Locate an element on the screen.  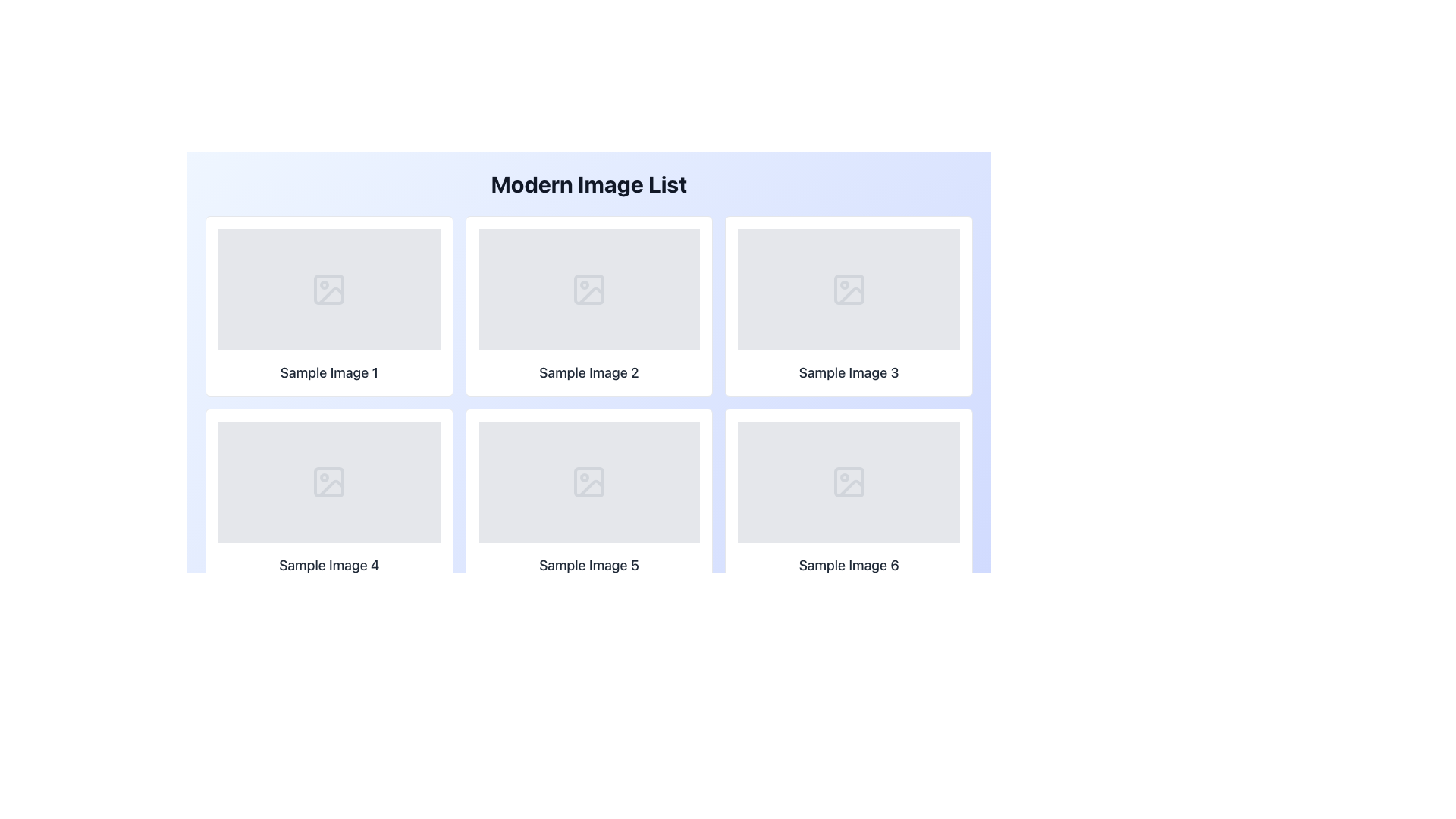
the Rectangle with rounded corners within the bottom-right image placeholder labeled 'Sample Image 6' is located at coordinates (848, 482).